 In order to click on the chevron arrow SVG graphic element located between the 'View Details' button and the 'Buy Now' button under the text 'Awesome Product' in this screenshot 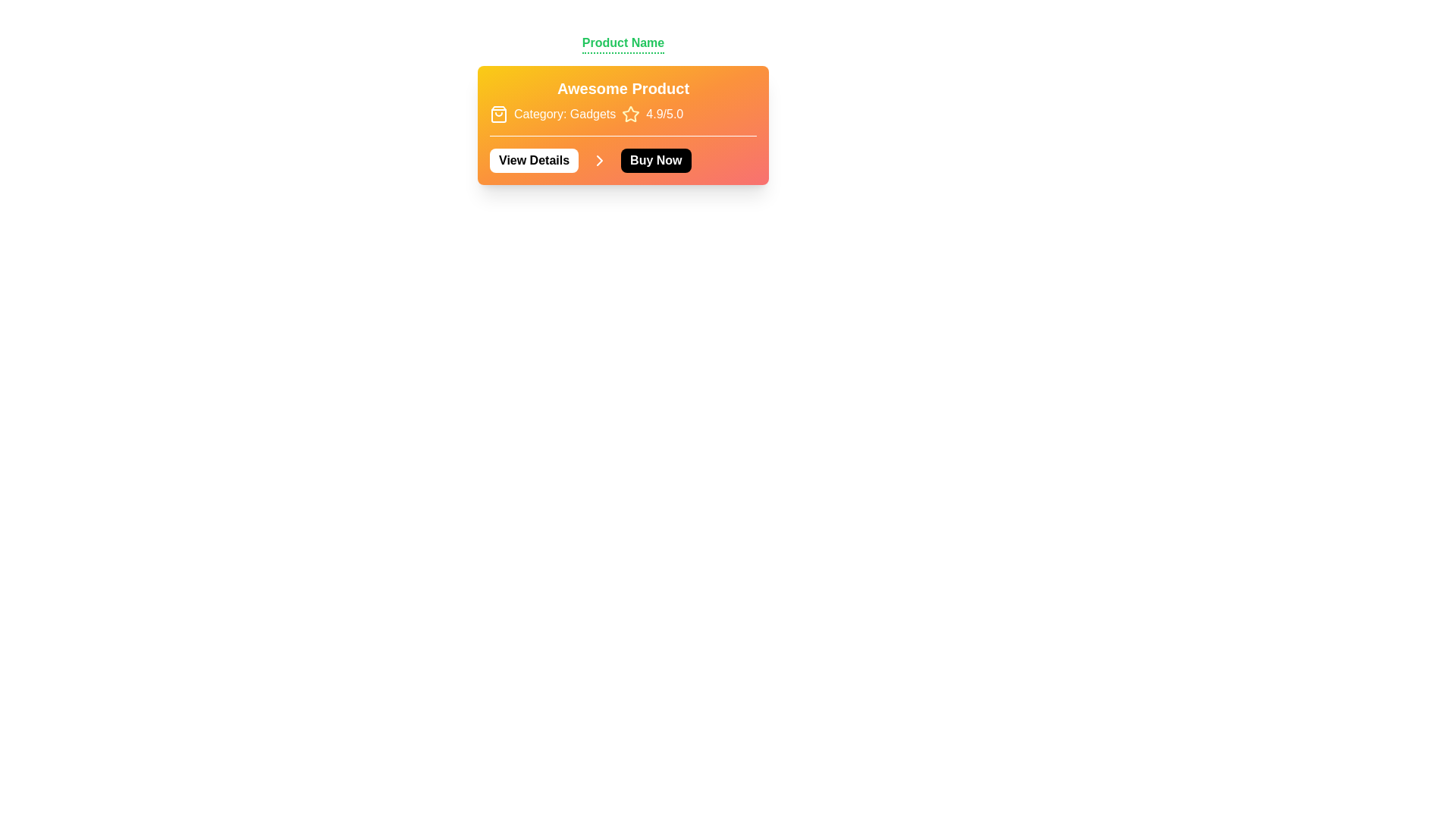, I will do `click(599, 161)`.